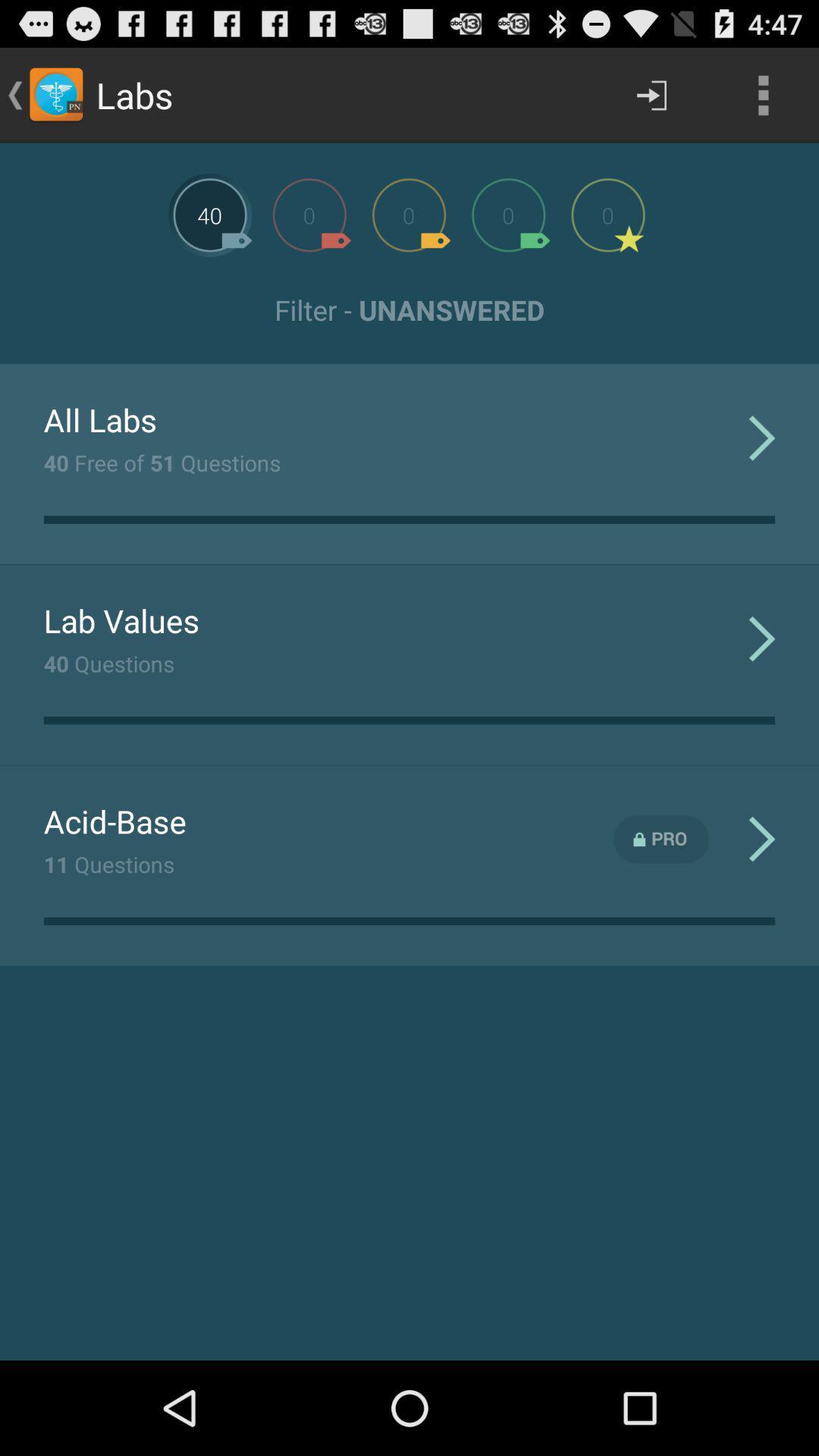  What do you see at coordinates (661, 839) in the screenshot?
I see `unlock pro edition` at bounding box center [661, 839].